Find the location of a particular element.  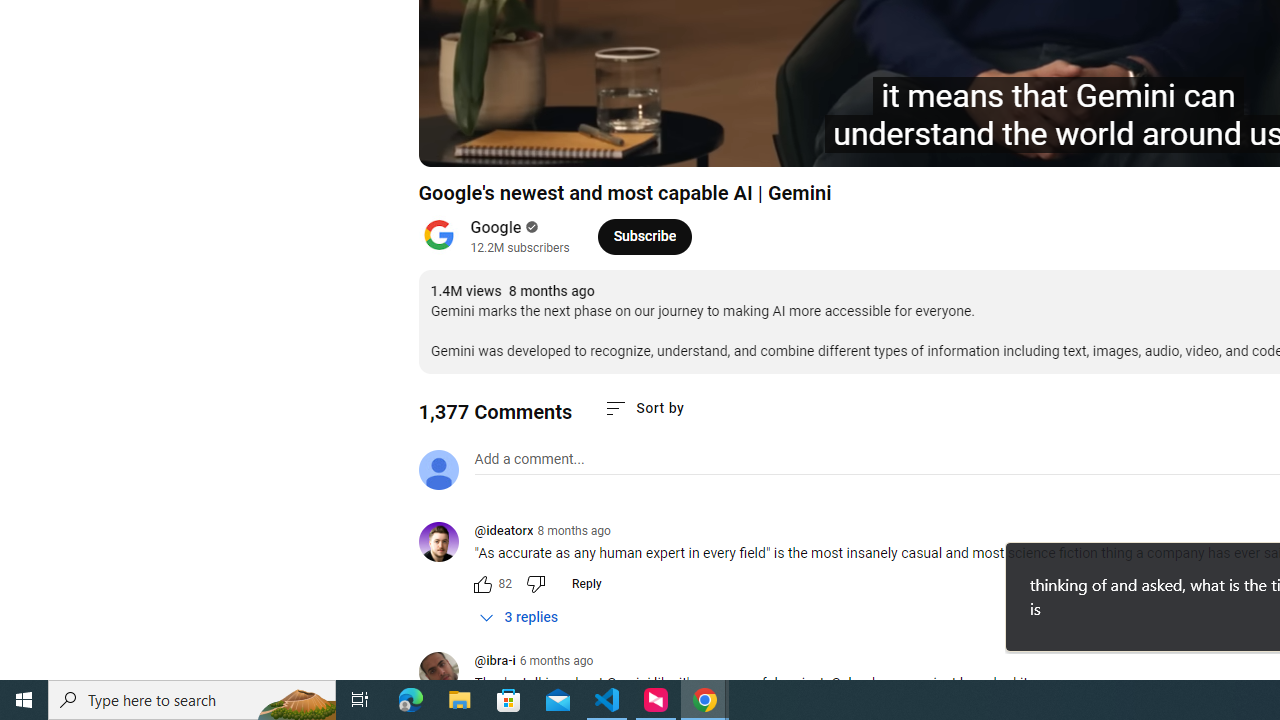

'AutomationID: simplebox-placeholder' is located at coordinates (529, 459).